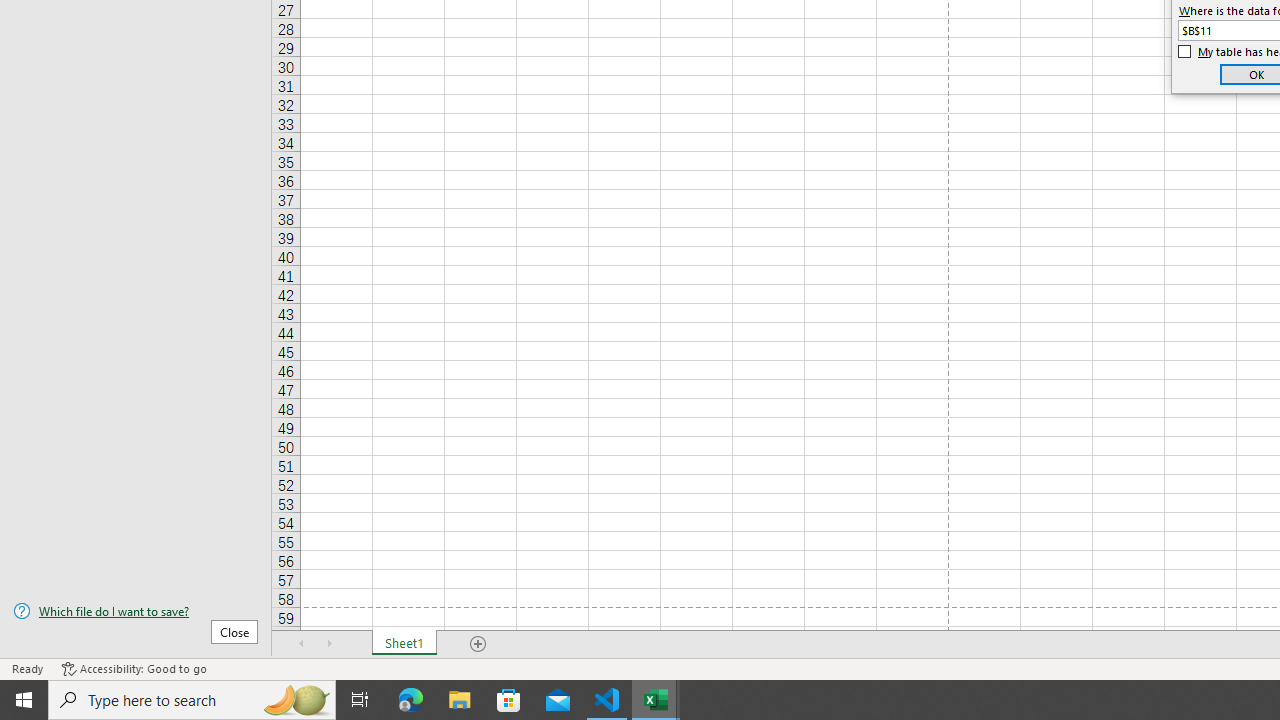 The width and height of the screenshot is (1280, 720). Describe the element at coordinates (403, 644) in the screenshot. I see `'Sheet1'` at that location.